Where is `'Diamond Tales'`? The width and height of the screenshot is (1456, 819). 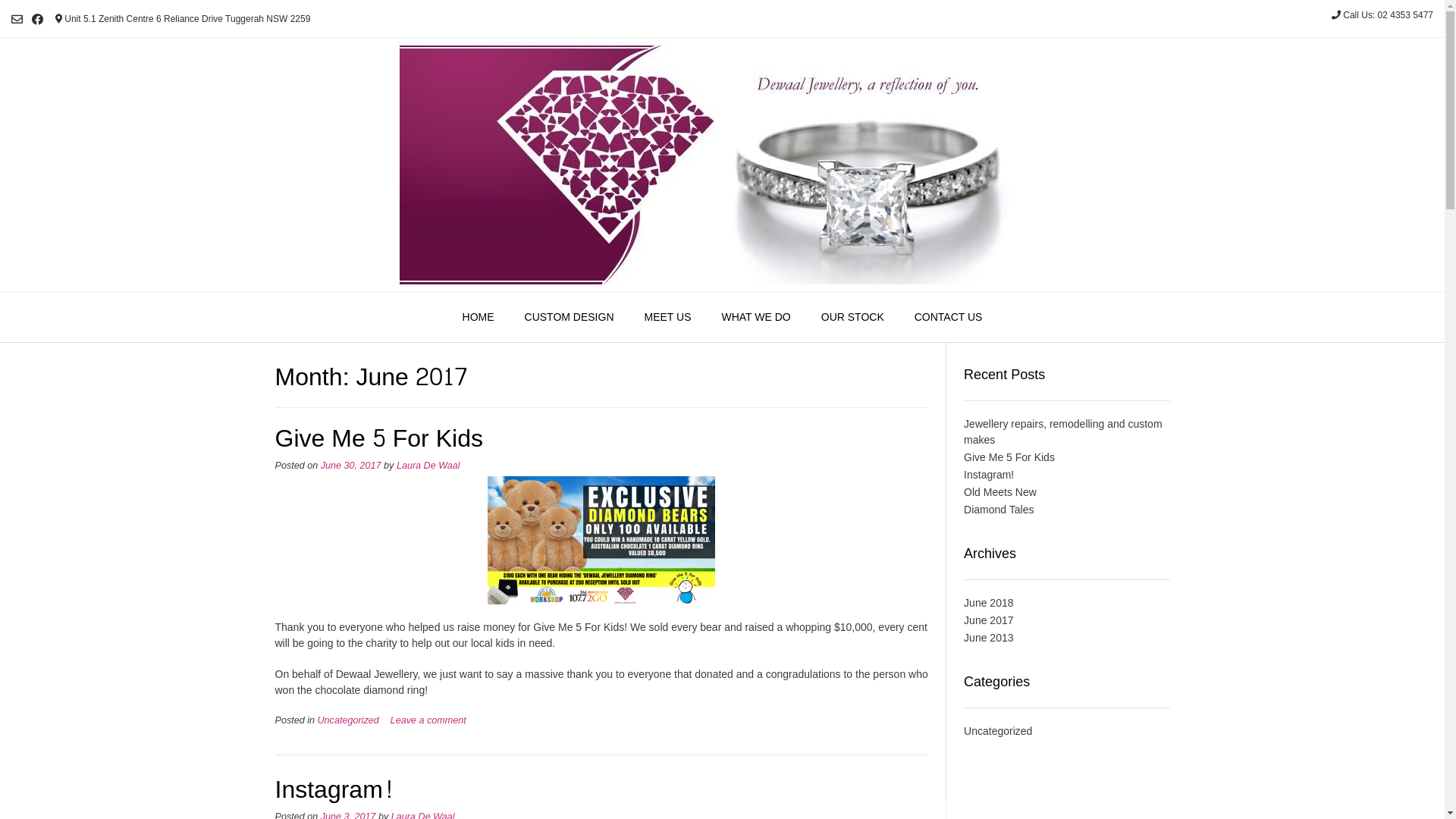 'Diamond Tales' is located at coordinates (998, 509).